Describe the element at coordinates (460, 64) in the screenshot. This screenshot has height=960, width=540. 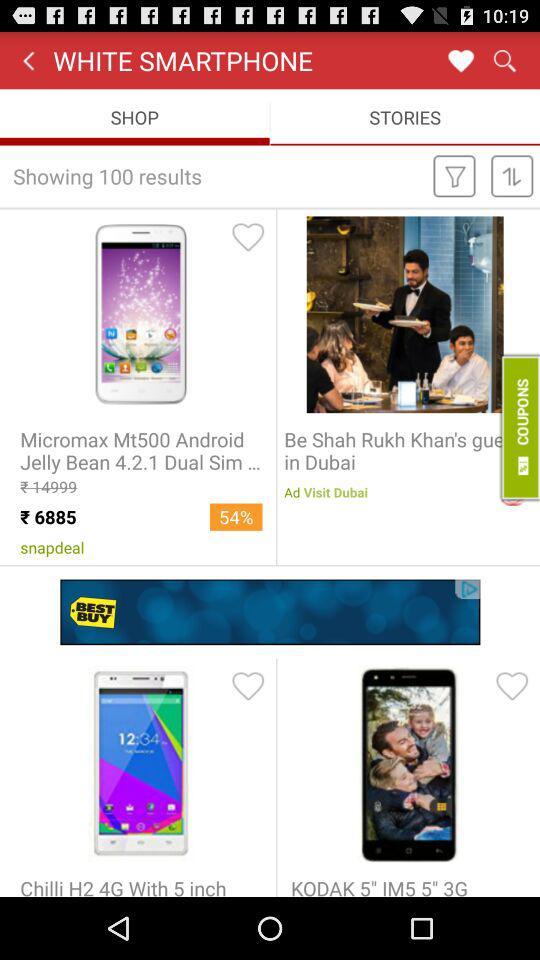
I see `the favorite icon` at that location.